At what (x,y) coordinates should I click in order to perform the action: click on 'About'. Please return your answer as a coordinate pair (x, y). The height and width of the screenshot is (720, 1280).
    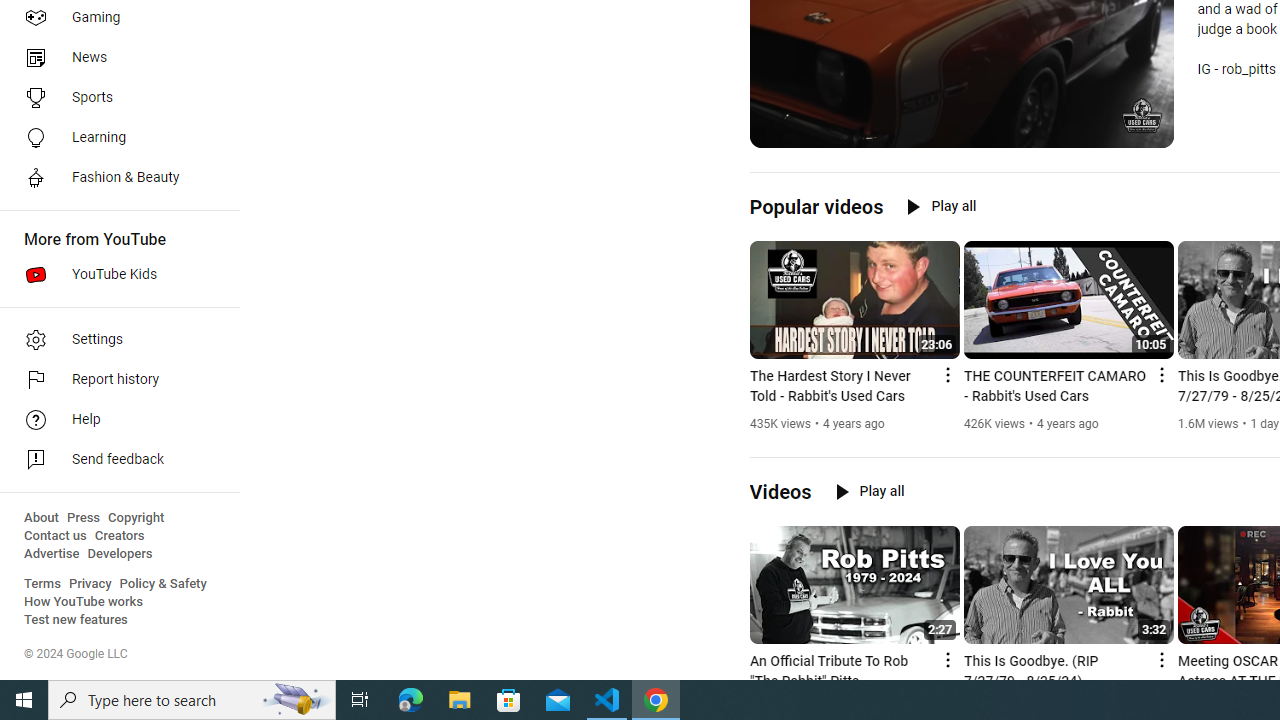
    Looking at the image, I should click on (41, 517).